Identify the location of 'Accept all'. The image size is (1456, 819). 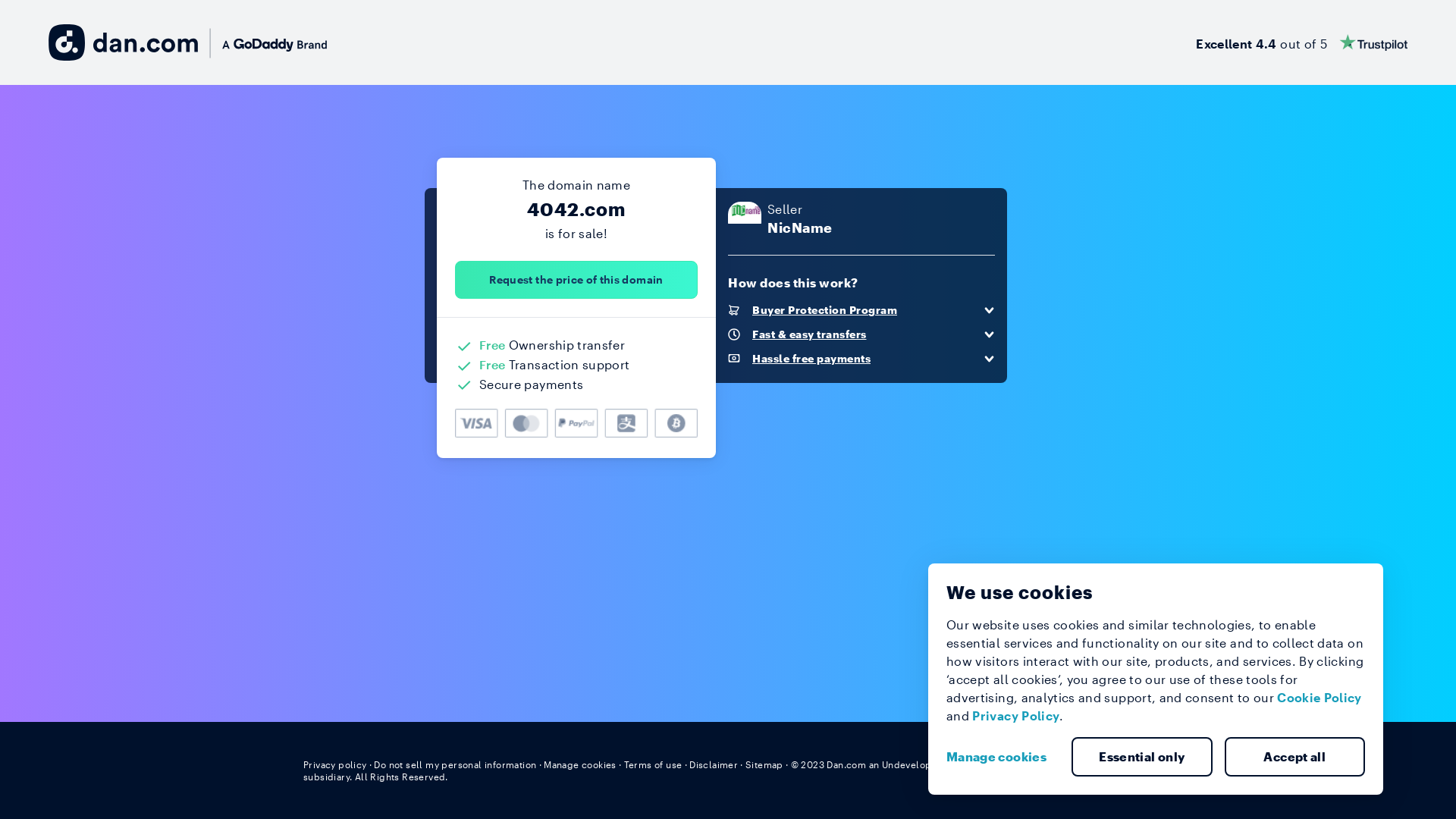
(1223, 757).